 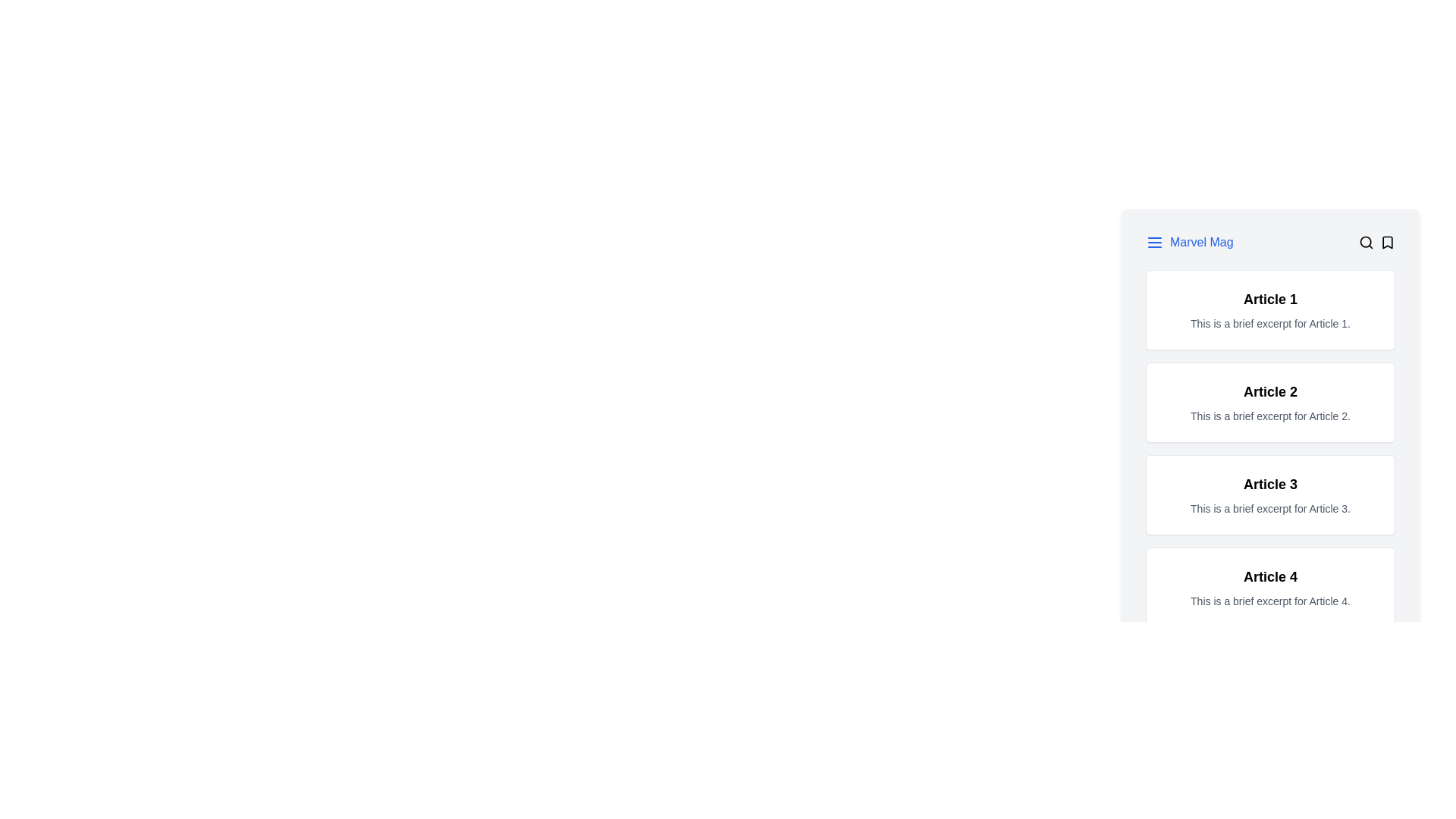 I want to click on the text label element reading 'This is a brief excerpt for Article 2.' located under the 'Article 2' heading in the second card of the article list, so click(x=1270, y=416).